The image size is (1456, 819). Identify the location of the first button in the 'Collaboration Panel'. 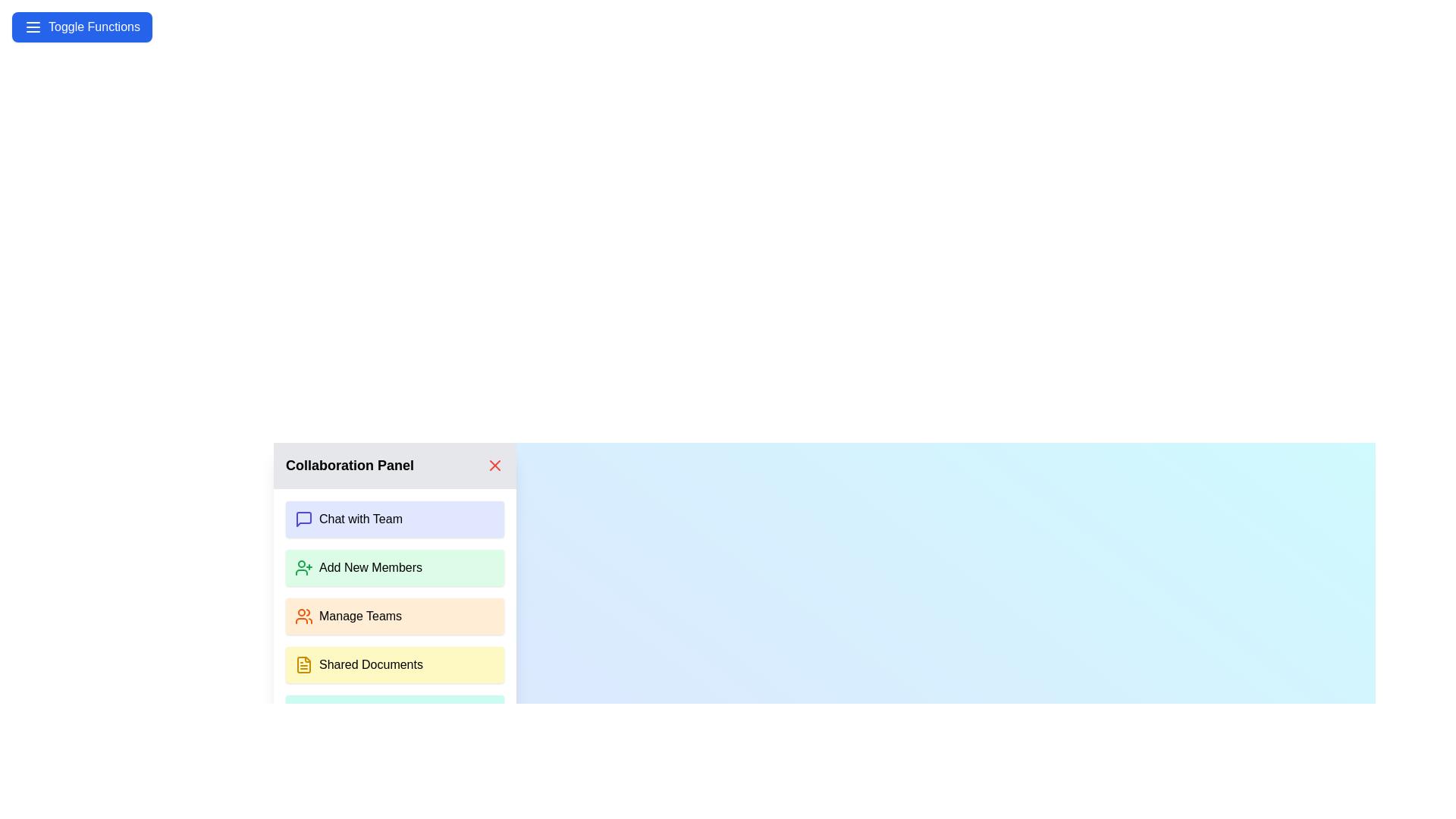
(395, 519).